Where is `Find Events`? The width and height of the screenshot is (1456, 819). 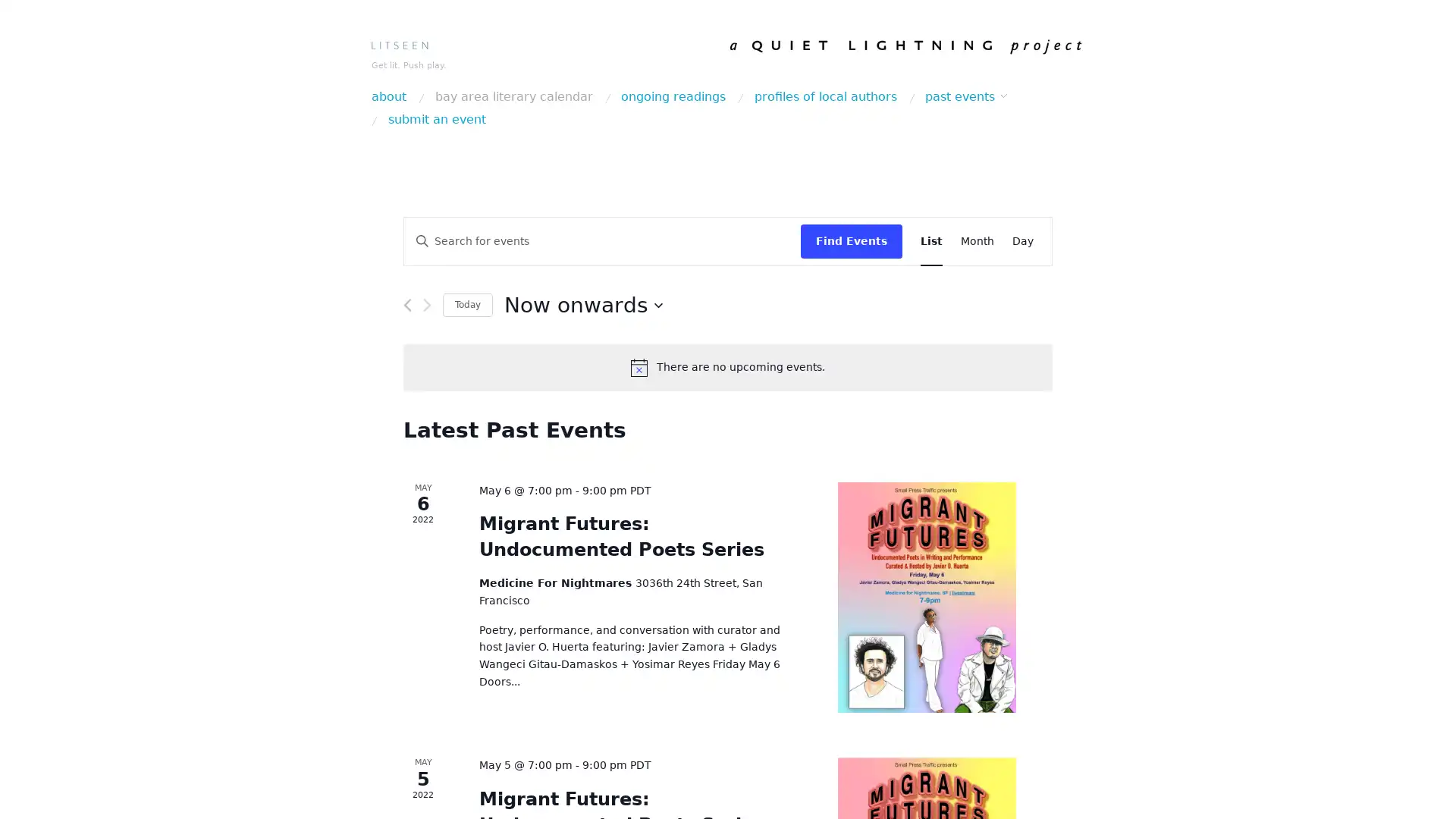
Find Events is located at coordinates (852, 240).